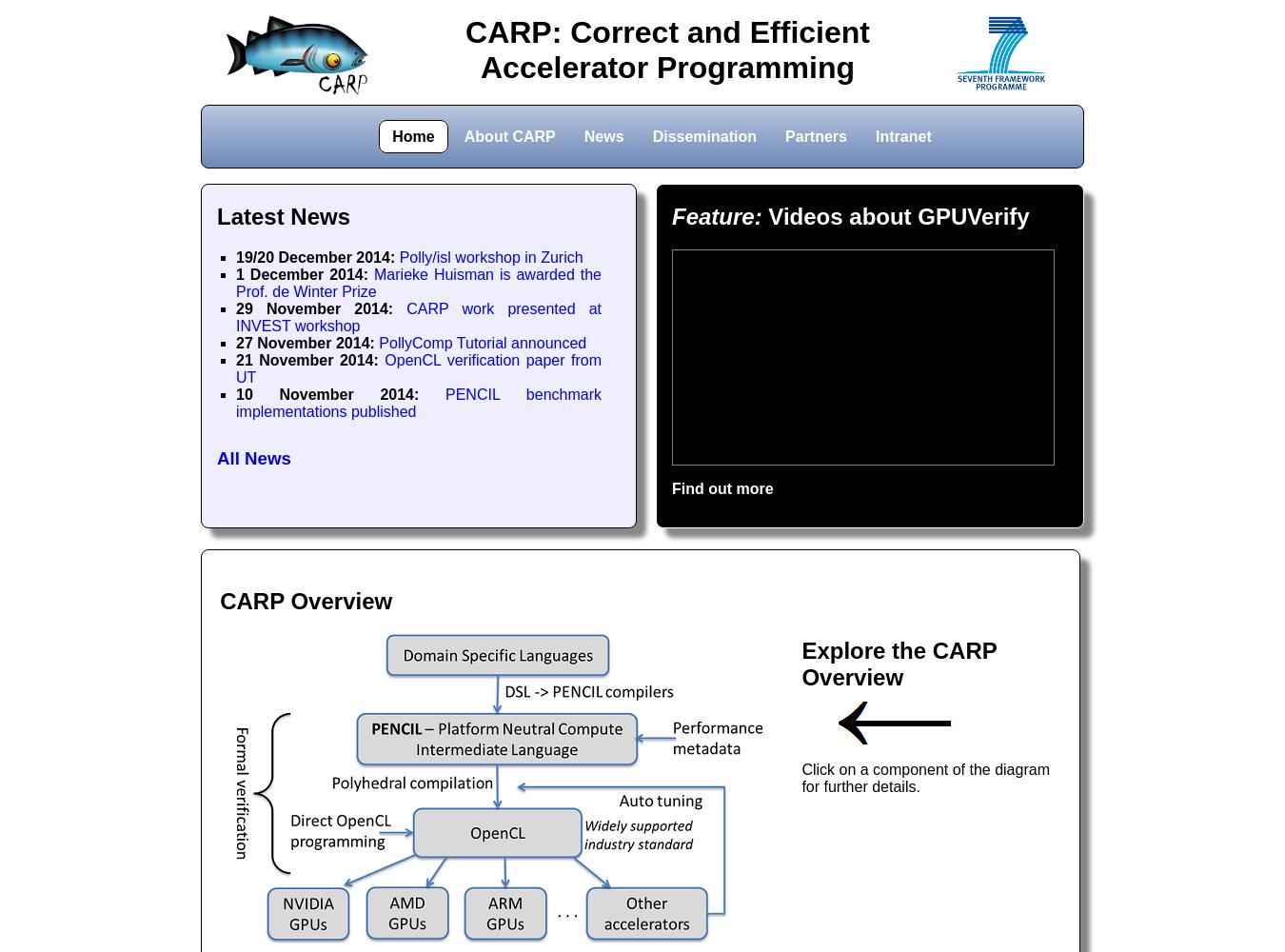 The image size is (1285, 952). Describe the element at coordinates (702, 135) in the screenshot. I see `'Dissemination'` at that location.